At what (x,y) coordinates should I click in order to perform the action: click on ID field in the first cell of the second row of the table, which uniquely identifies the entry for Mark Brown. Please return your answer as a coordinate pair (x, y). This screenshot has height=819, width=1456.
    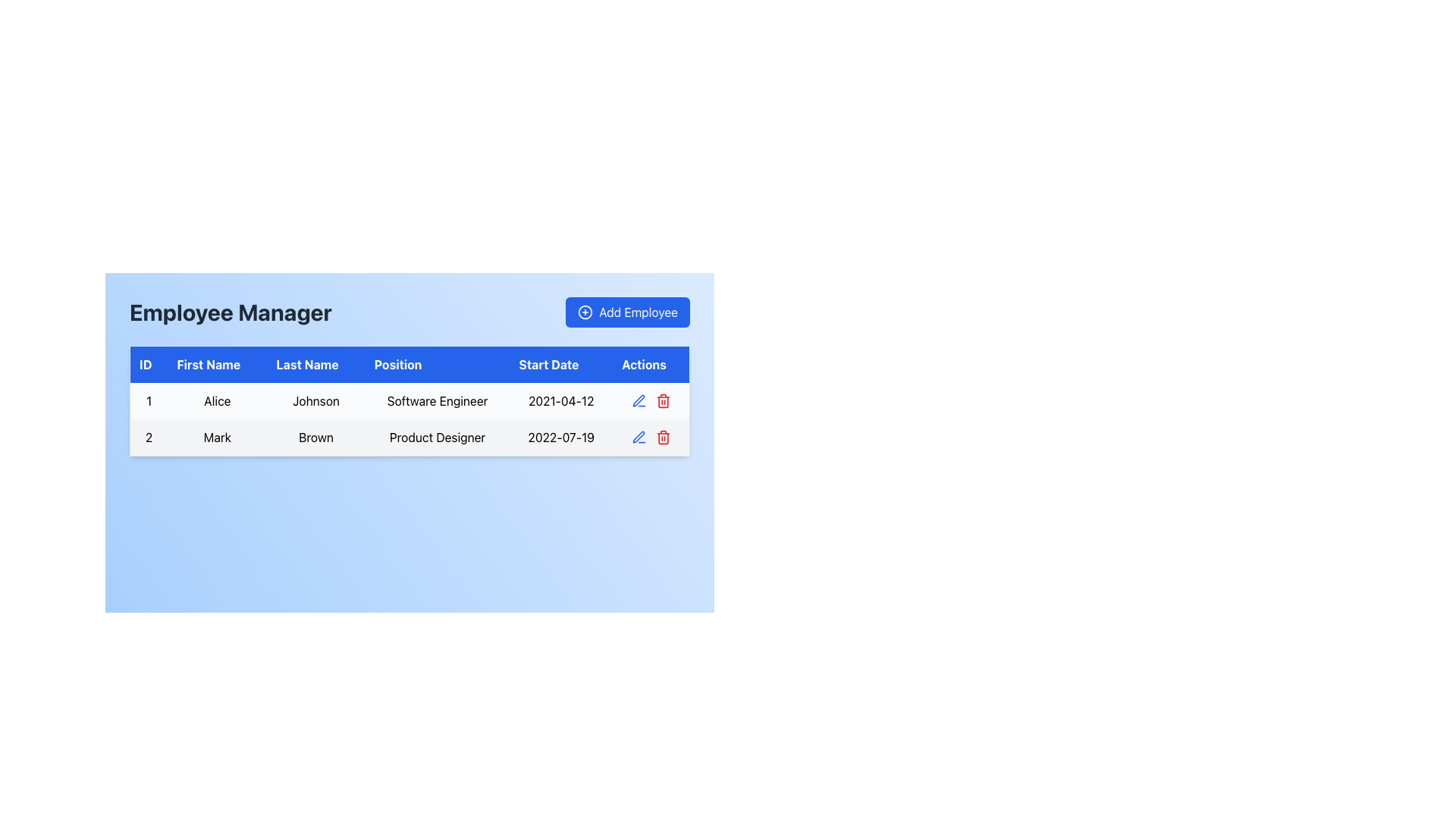
    Looking at the image, I should click on (149, 438).